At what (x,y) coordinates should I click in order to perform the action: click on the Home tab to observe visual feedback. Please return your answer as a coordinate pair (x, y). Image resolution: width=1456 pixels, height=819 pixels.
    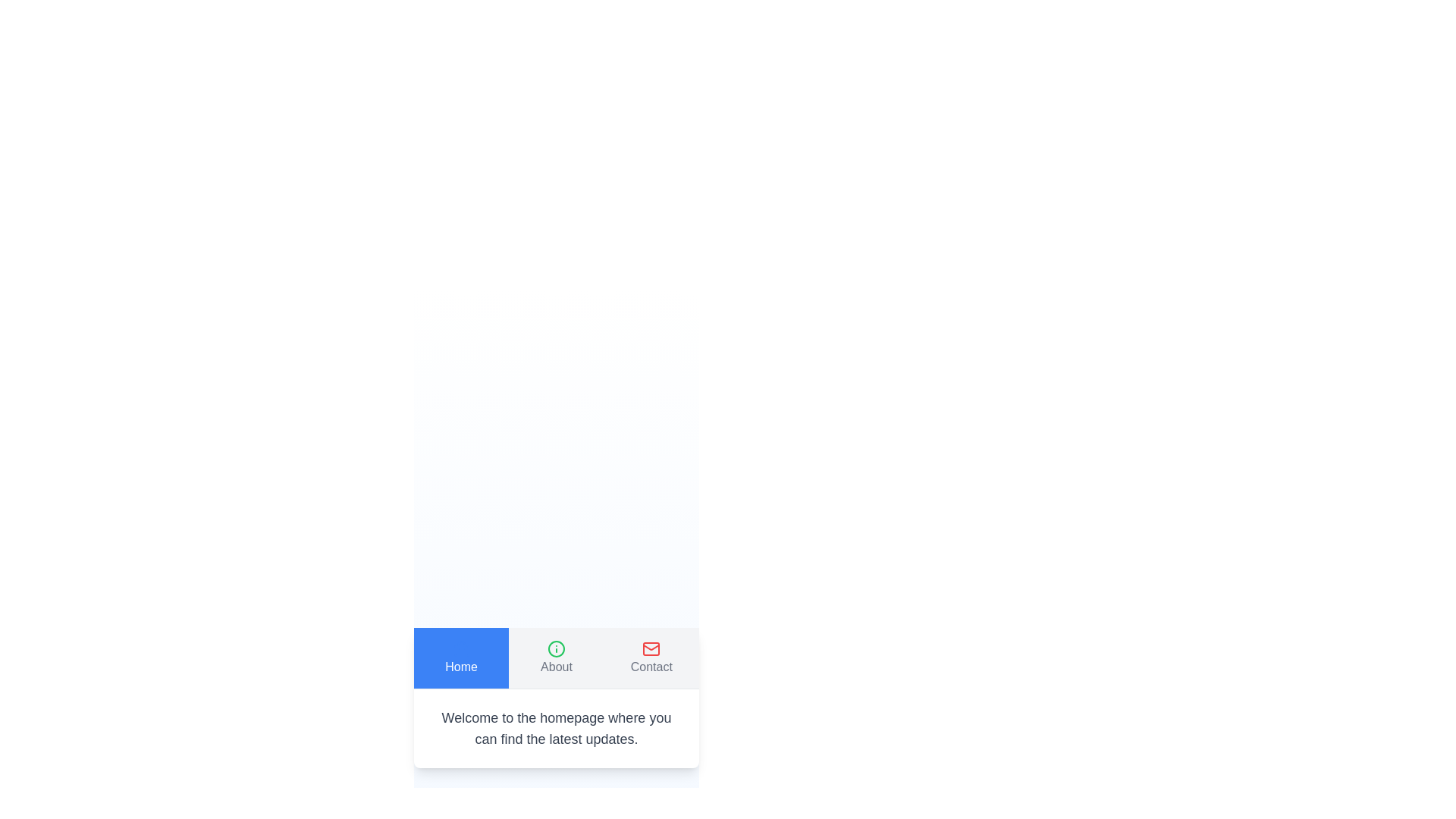
    Looking at the image, I should click on (460, 657).